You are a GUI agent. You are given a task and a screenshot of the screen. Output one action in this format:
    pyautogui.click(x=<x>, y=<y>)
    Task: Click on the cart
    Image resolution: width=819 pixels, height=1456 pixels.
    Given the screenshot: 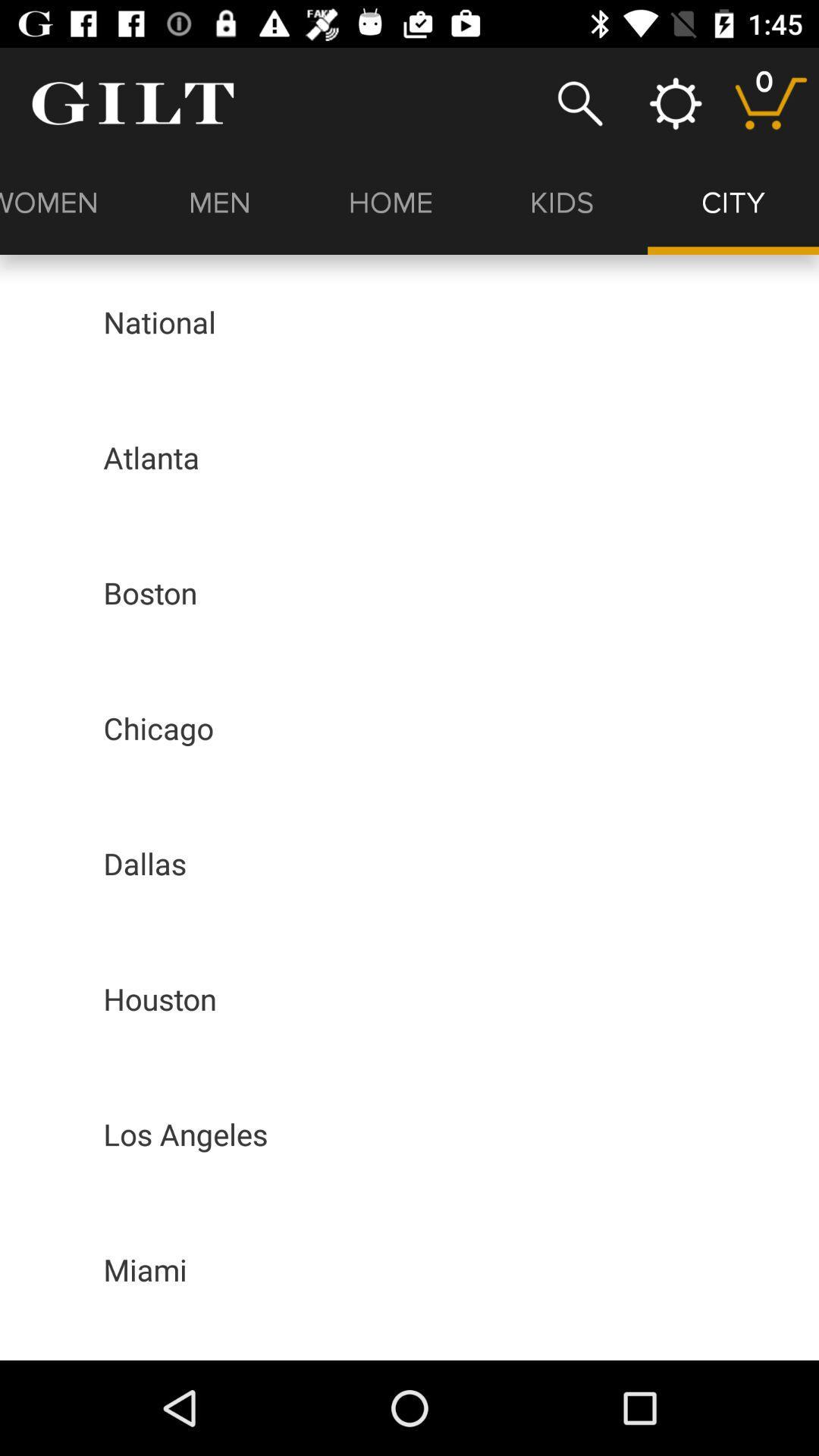 What is the action you would take?
    pyautogui.click(x=771, y=102)
    